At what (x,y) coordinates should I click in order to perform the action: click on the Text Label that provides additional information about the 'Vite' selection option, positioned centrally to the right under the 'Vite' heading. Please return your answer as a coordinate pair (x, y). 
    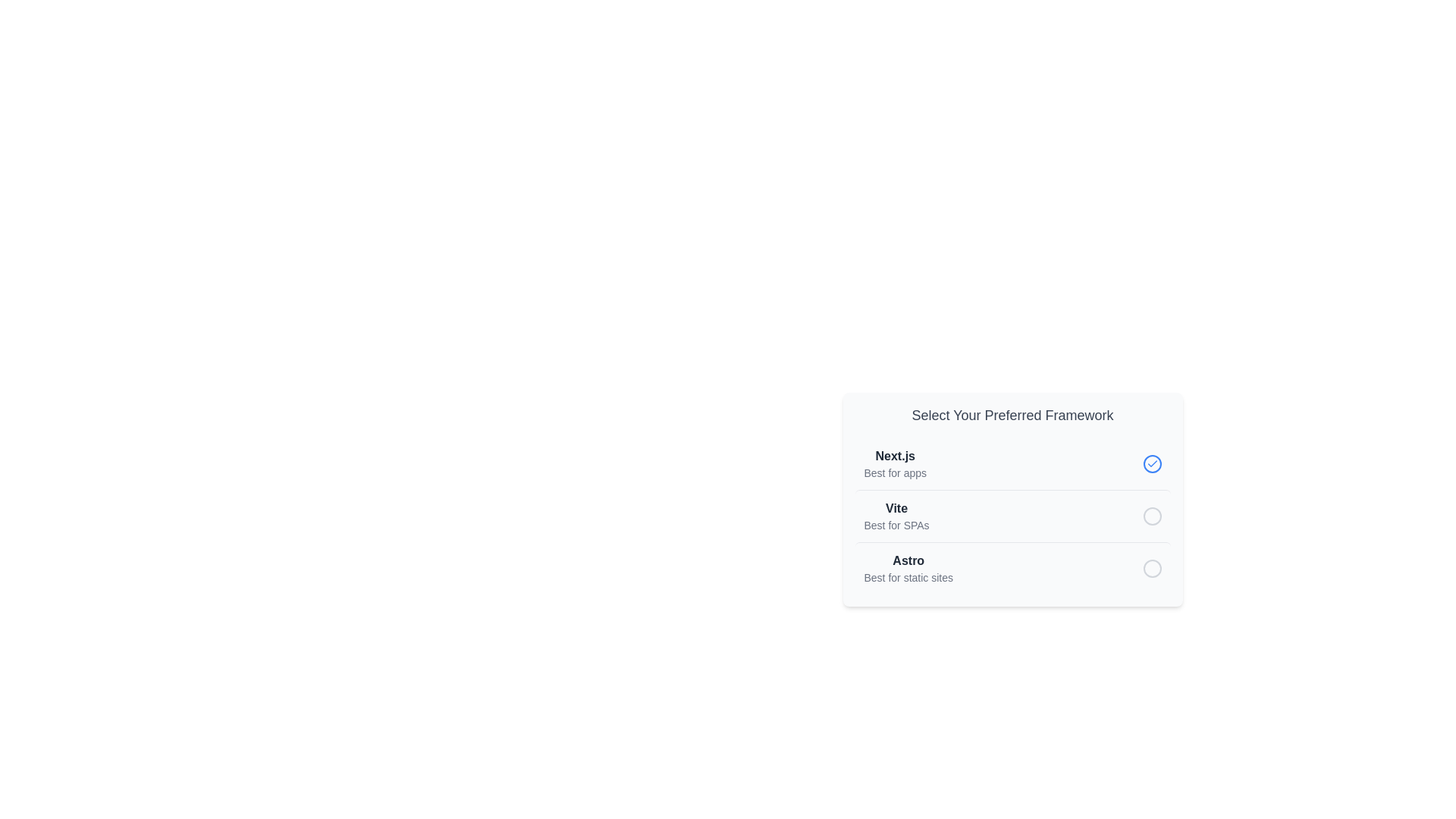
    Looking at the image, I should click on (896, 525).